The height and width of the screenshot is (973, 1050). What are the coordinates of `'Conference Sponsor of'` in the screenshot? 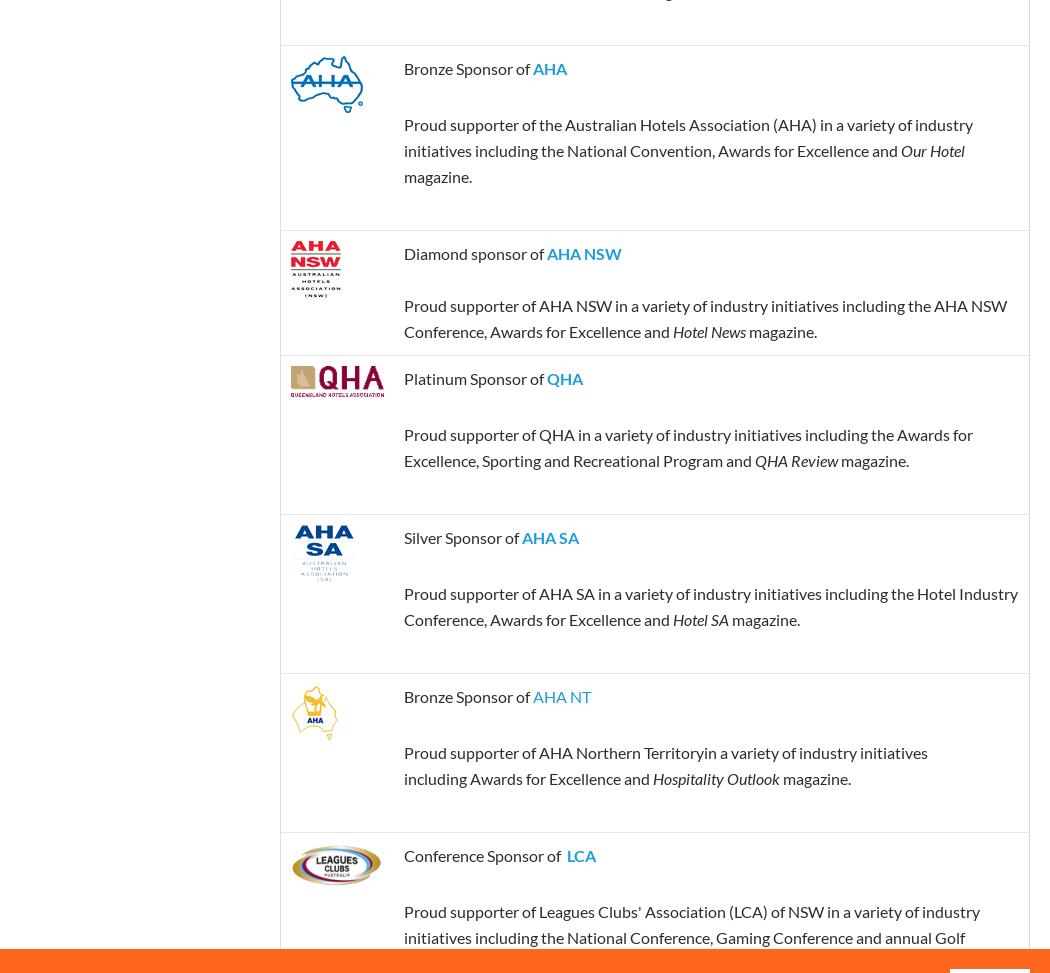 It's located at (484, 854).